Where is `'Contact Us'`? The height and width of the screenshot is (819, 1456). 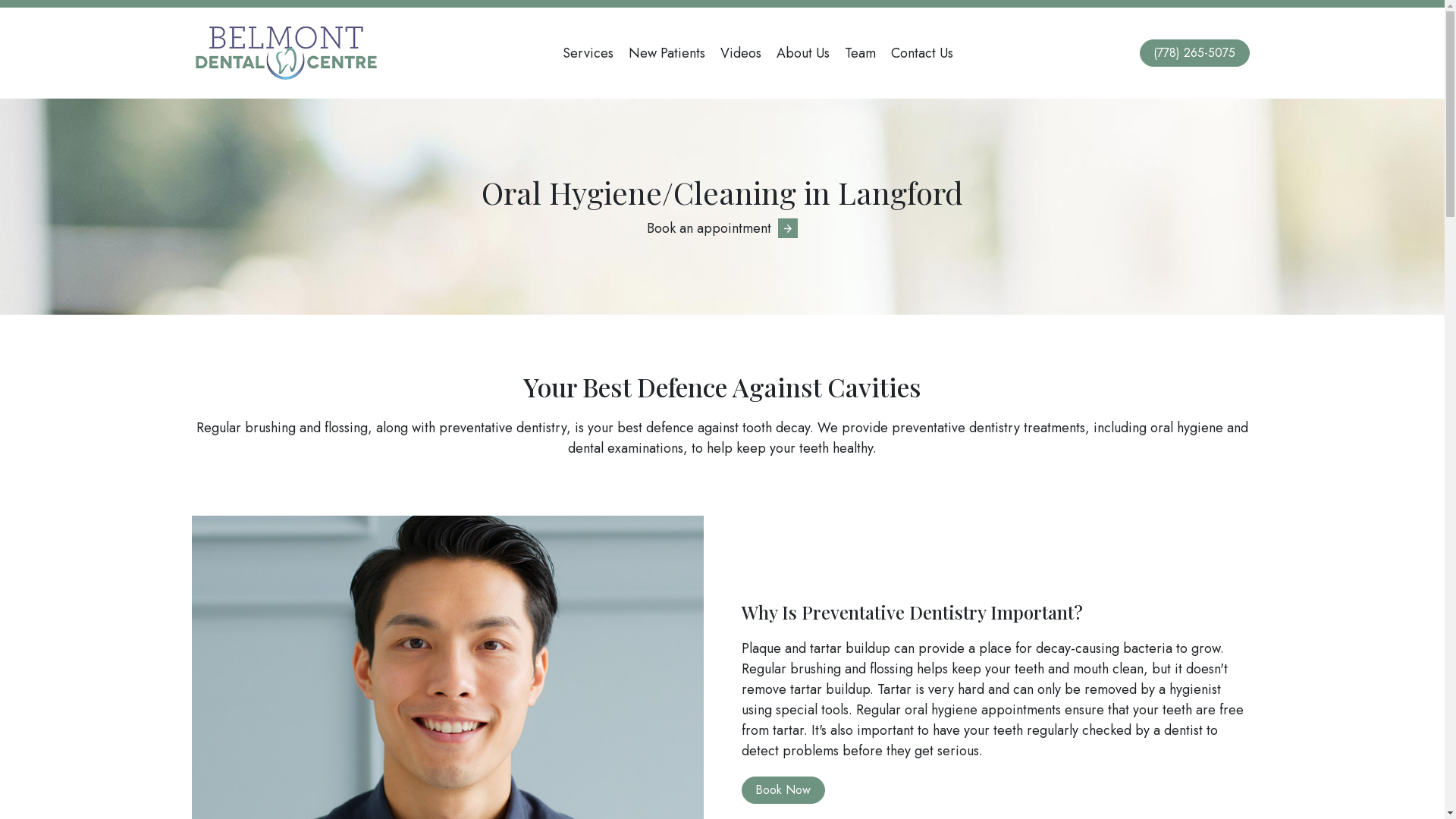
'Contact Us' is located at coordinates (921, 52).